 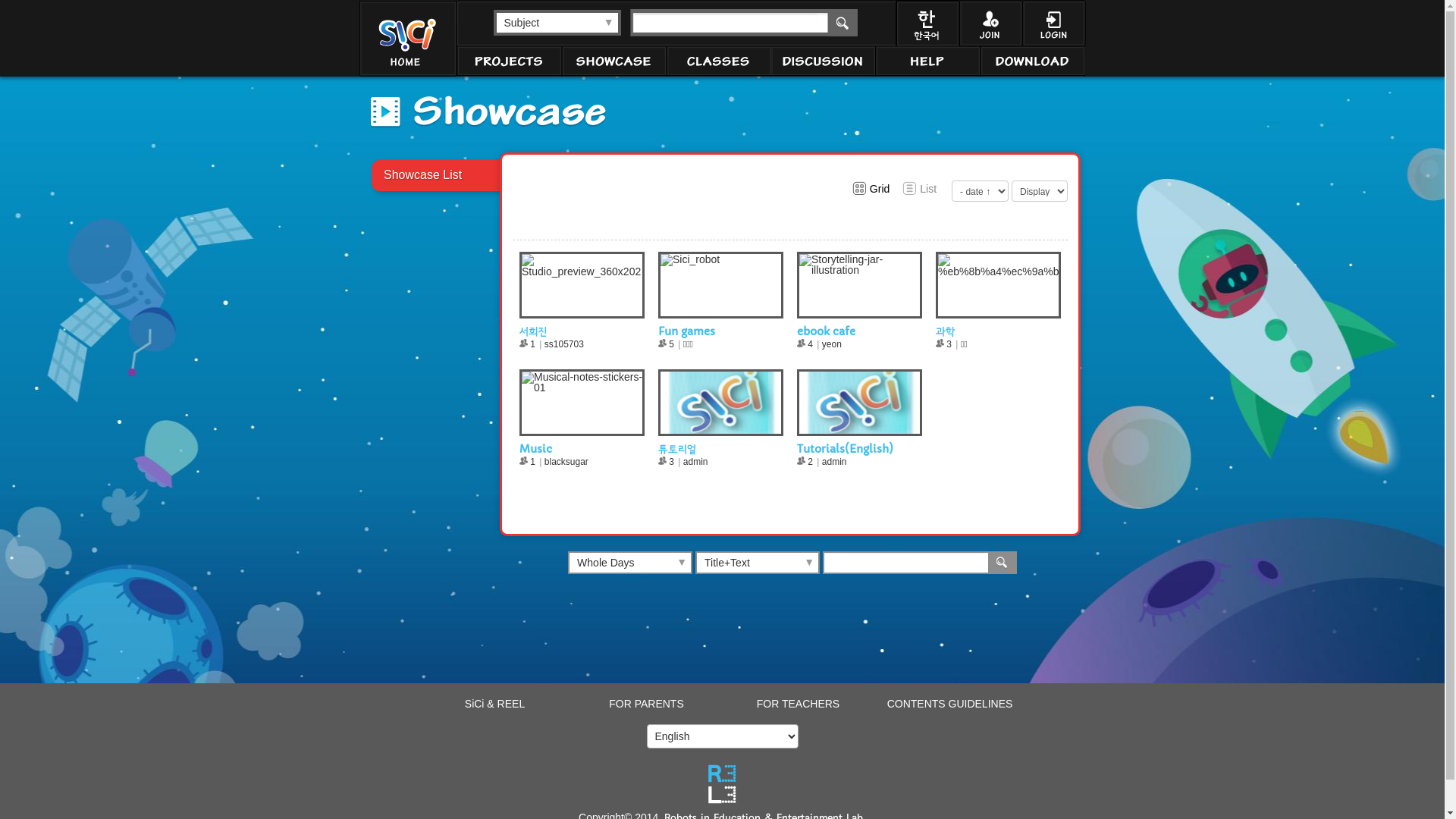 I want to click on 'Classes', so click(x=717, y=61).